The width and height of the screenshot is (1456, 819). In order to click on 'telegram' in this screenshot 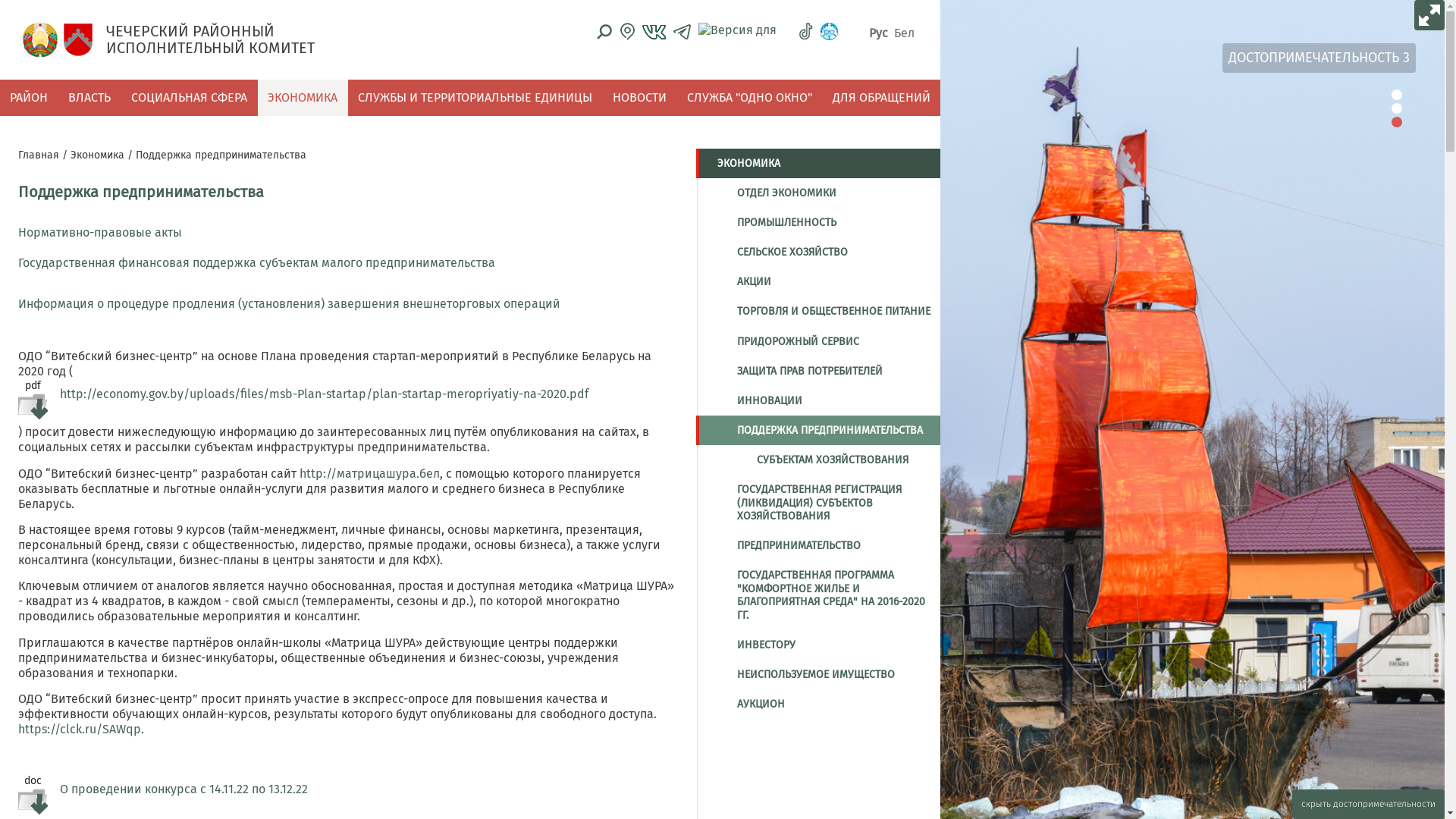, I will do `click(681, 32)`.